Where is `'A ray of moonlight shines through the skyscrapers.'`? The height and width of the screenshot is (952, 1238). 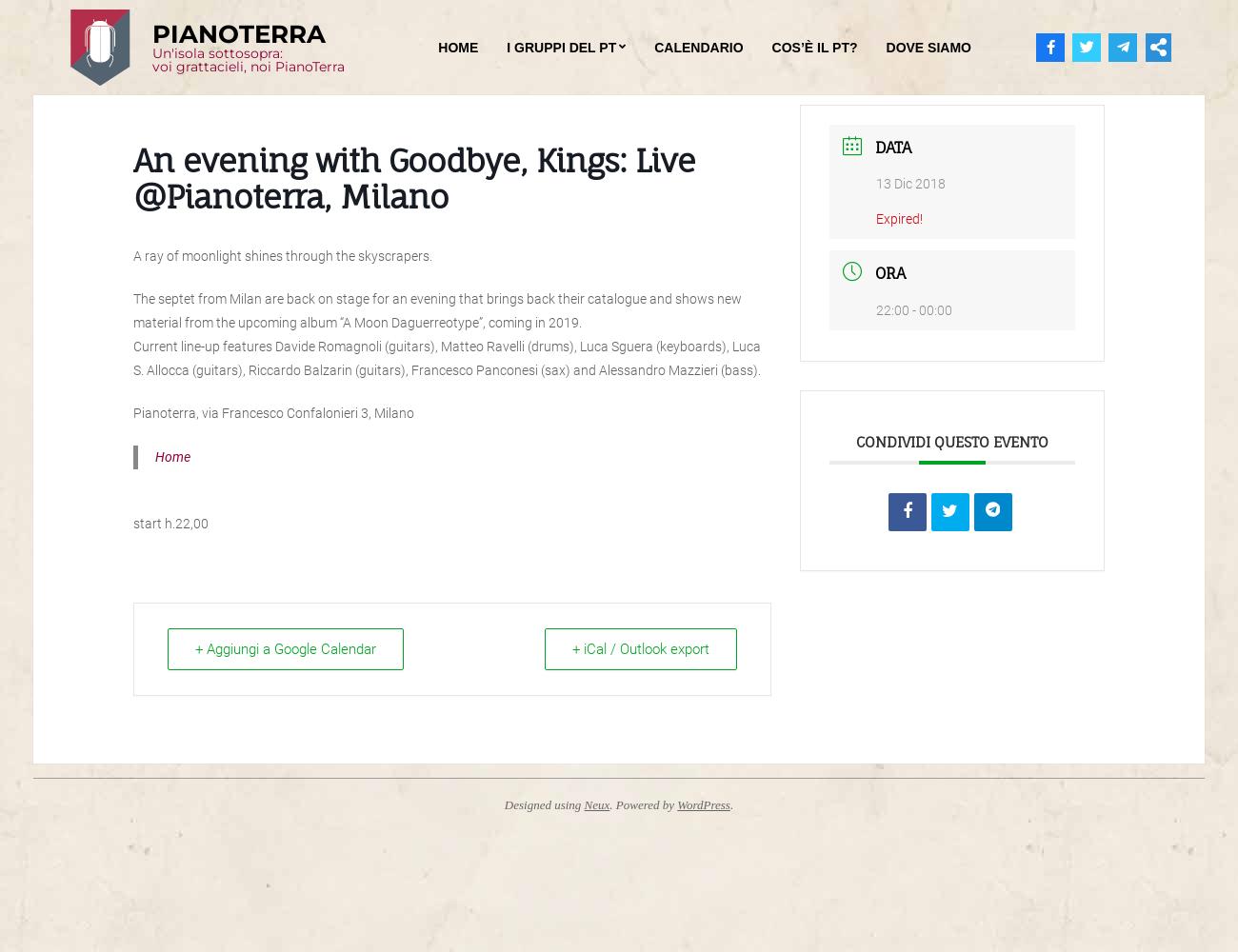 'A ray of moonlight shines through the skyscrapers.' is located at coordinates (283, 255).